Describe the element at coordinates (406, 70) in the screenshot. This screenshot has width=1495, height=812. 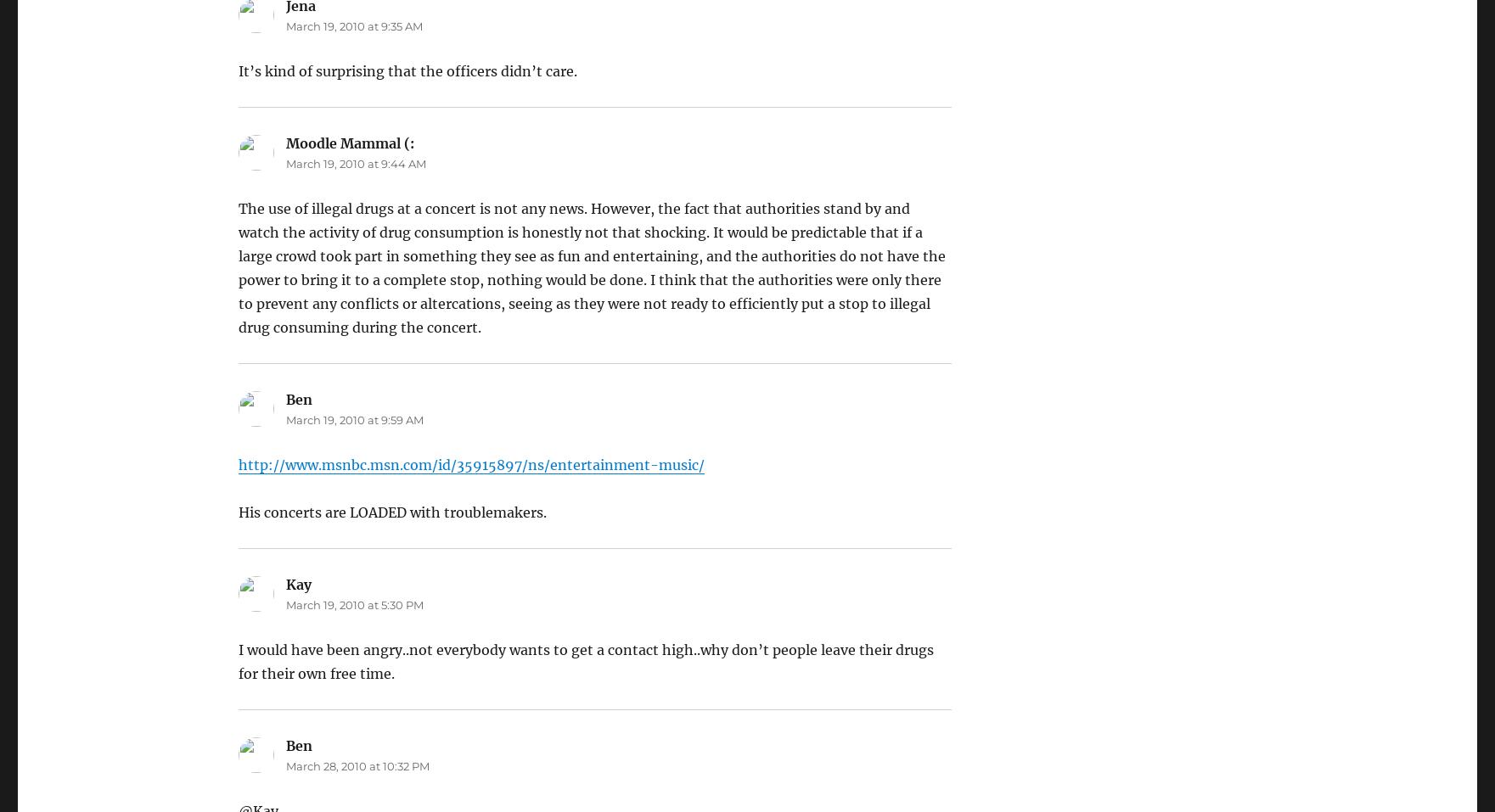
I see `'It’s kind of surprising that the officers didn’t care.'` at that location.